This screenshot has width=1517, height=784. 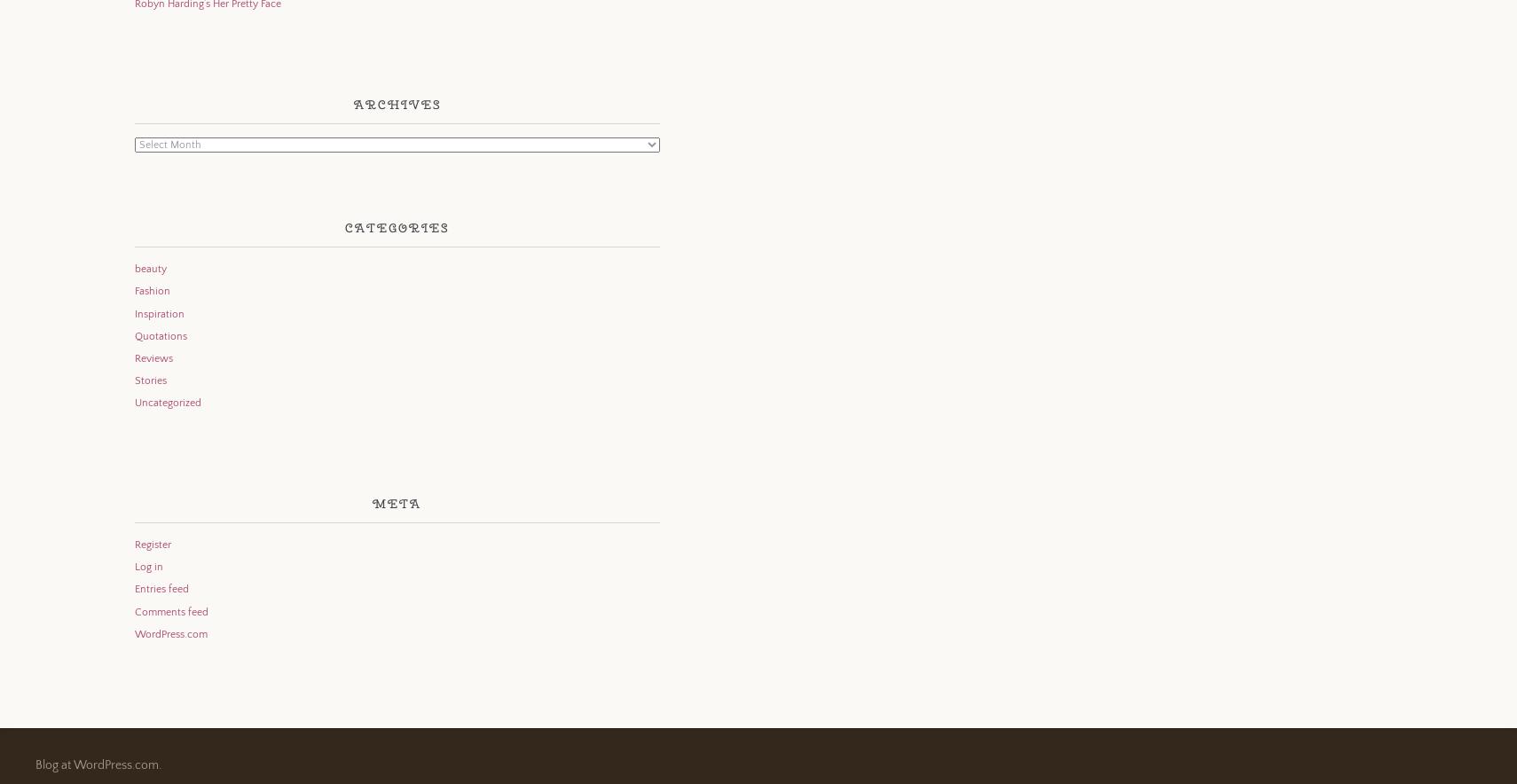 What do you see at coordinates (158, 312) in the screenshot?
I see `'Inspiration'` at bounding box center [158, 312].